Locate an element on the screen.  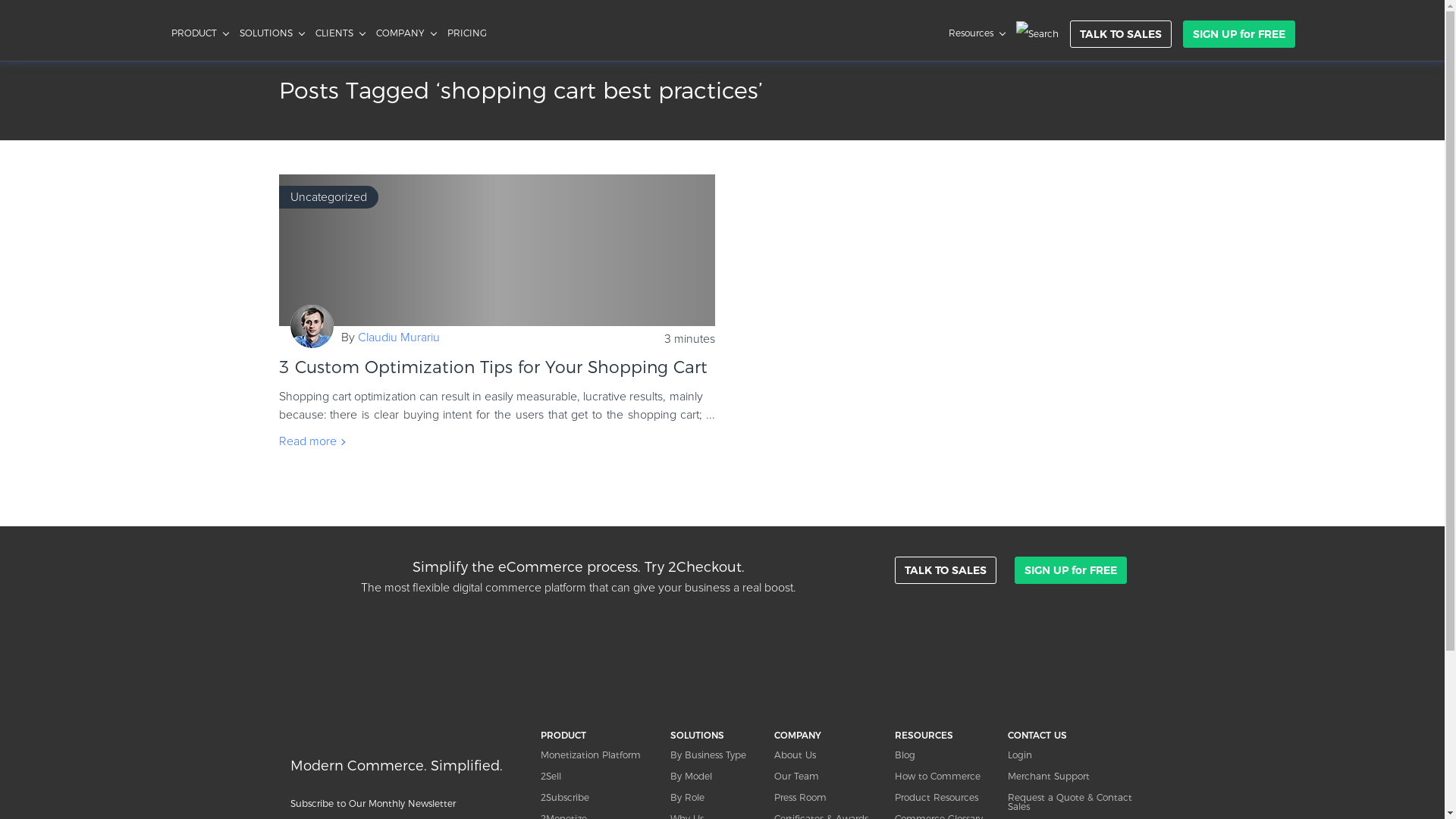
'Resources' is located at coordinates (975, 33).